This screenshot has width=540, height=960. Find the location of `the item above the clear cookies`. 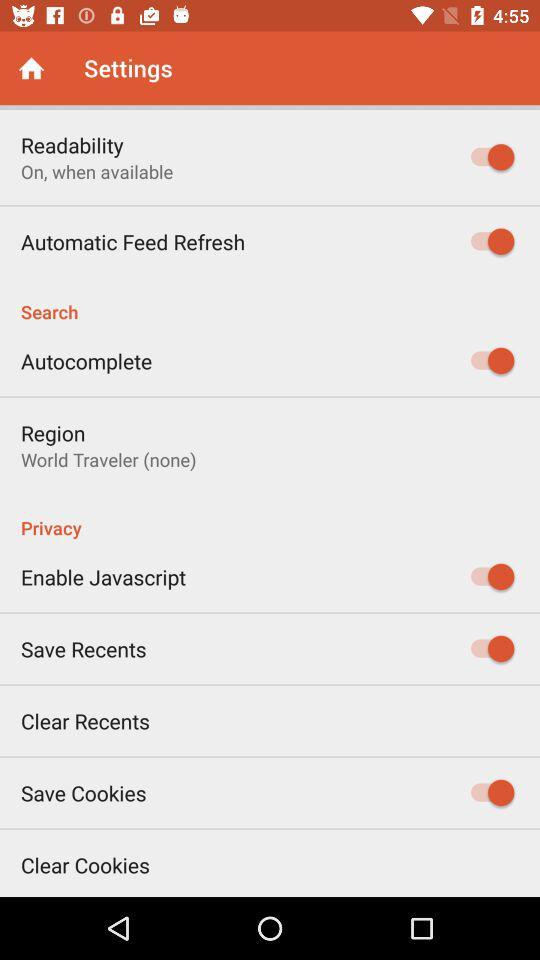

the item above the clear cookies is located at coordinates (82, 793).